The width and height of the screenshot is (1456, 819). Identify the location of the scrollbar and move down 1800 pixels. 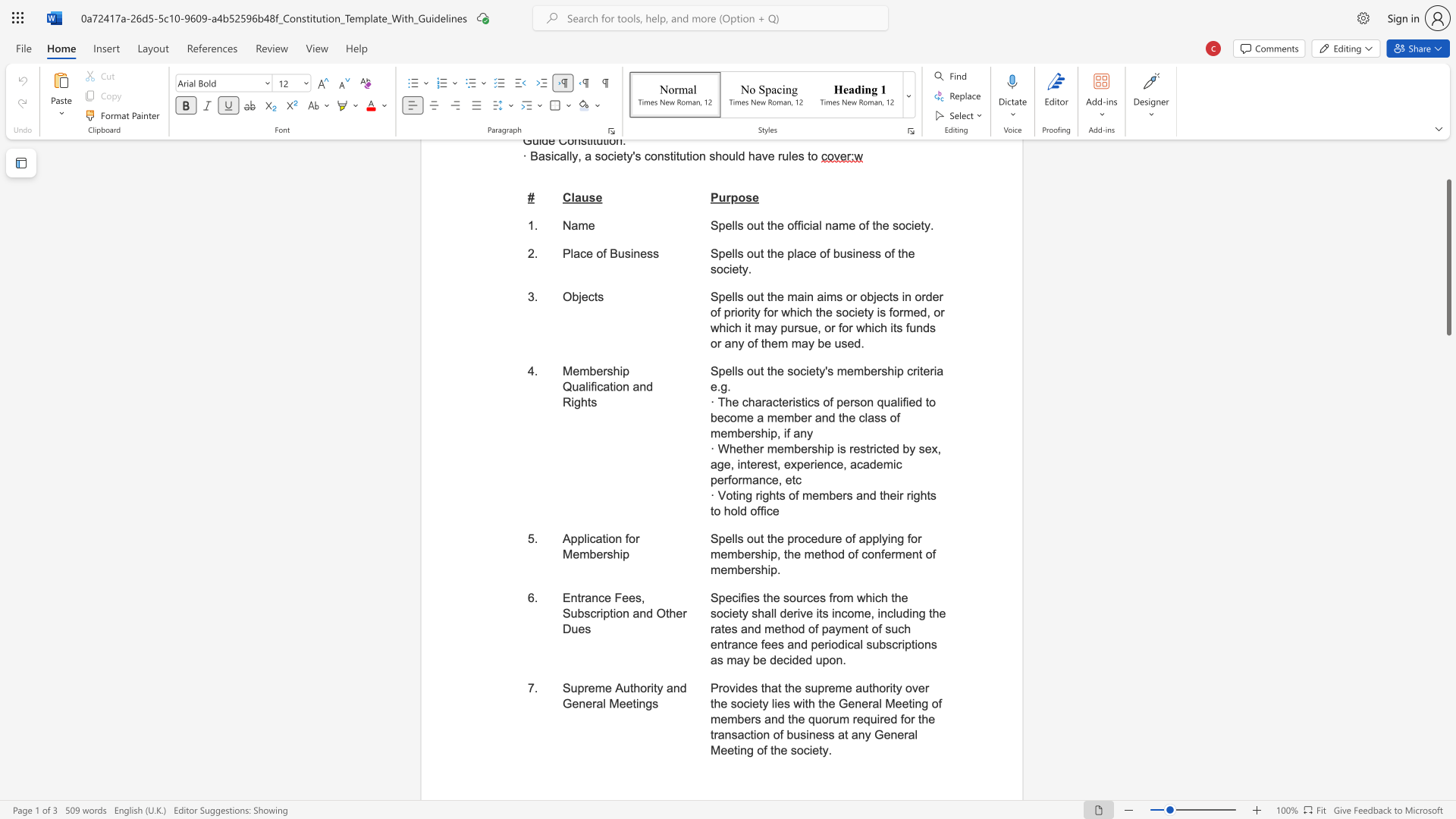
(1448, 256).